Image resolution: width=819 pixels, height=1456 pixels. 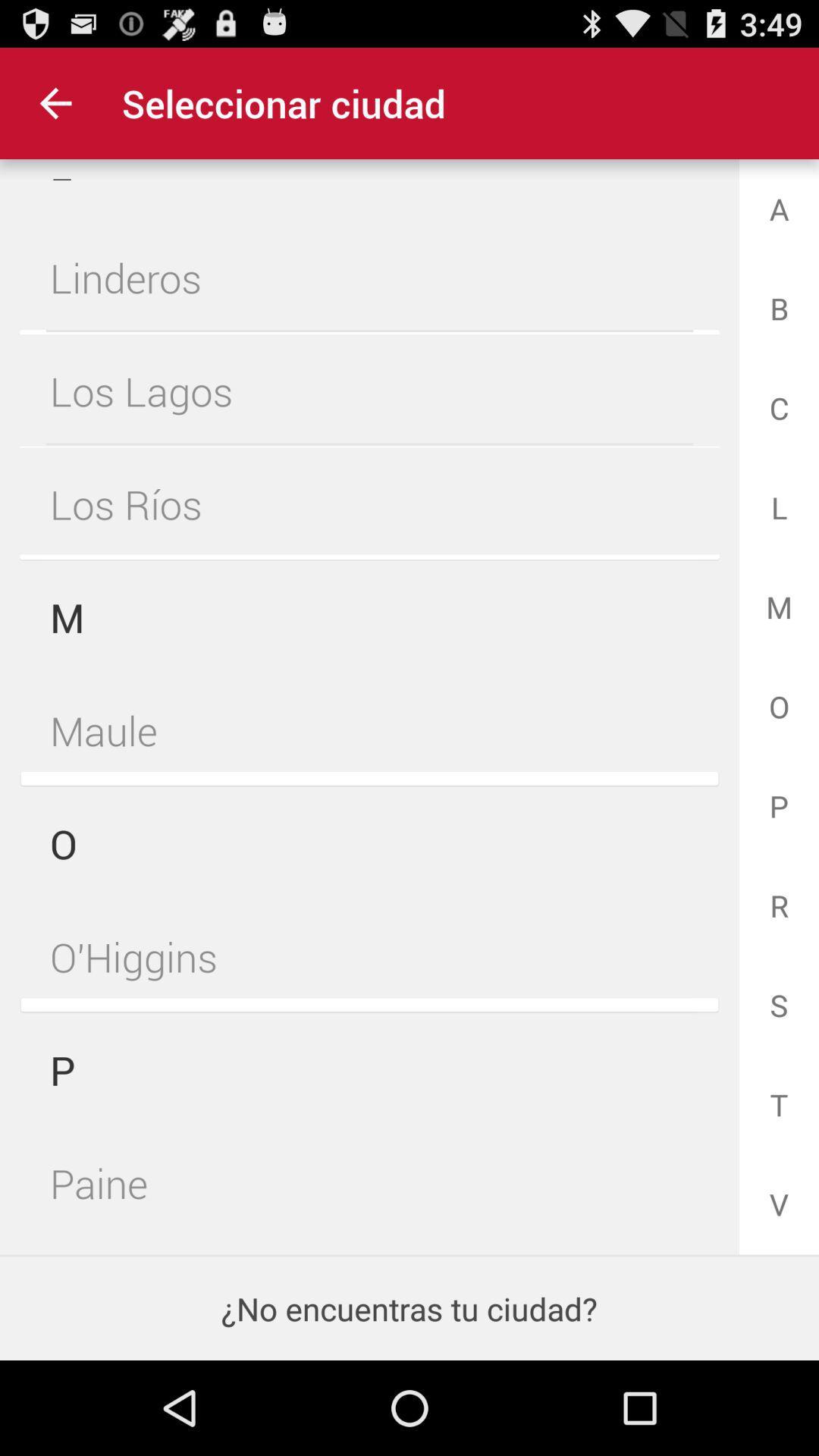 I want to click on icon next to v item, so click(x=369, y=1179).